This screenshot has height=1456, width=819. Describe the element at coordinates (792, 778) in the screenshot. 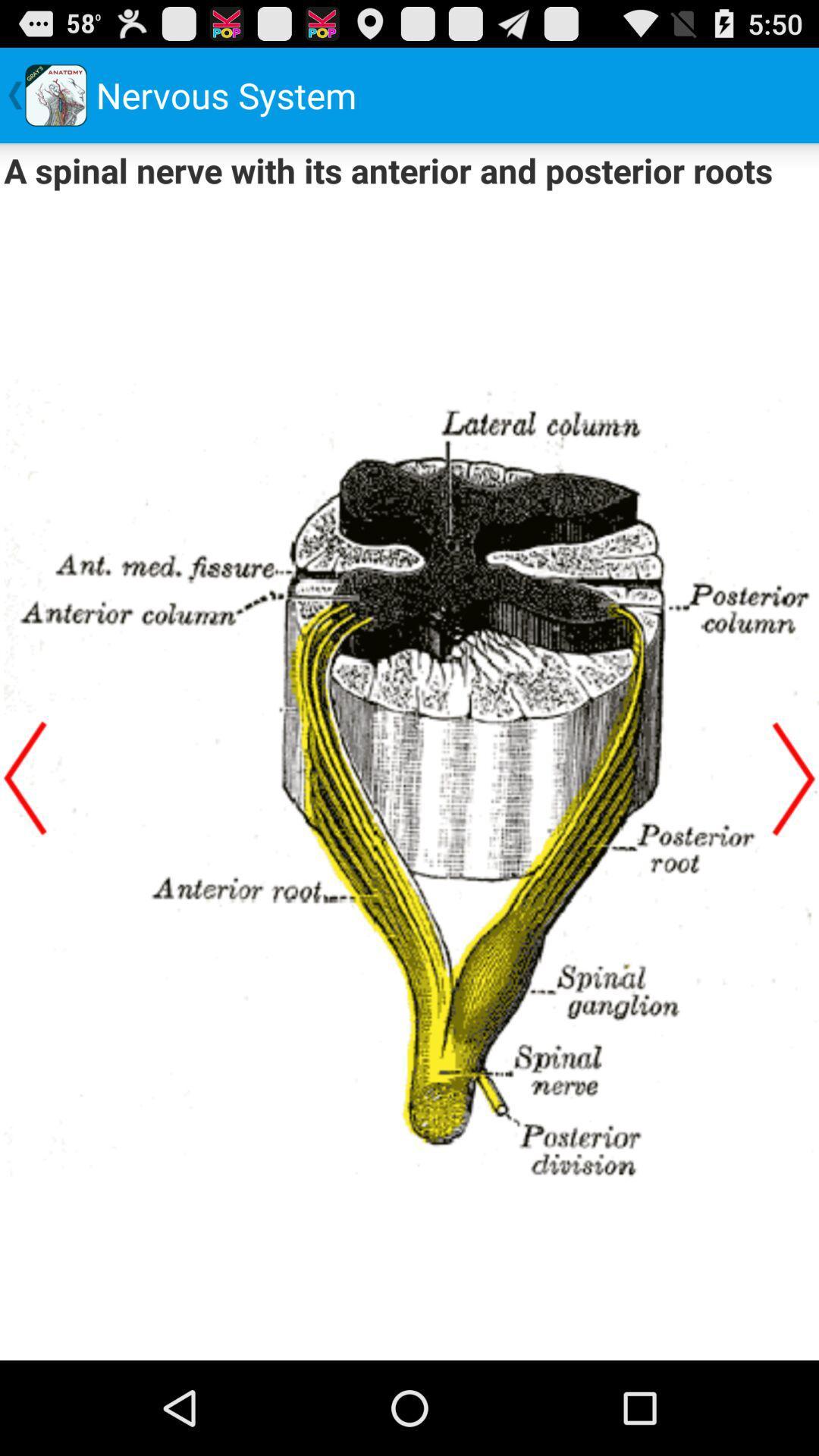

I see `next` at that location.